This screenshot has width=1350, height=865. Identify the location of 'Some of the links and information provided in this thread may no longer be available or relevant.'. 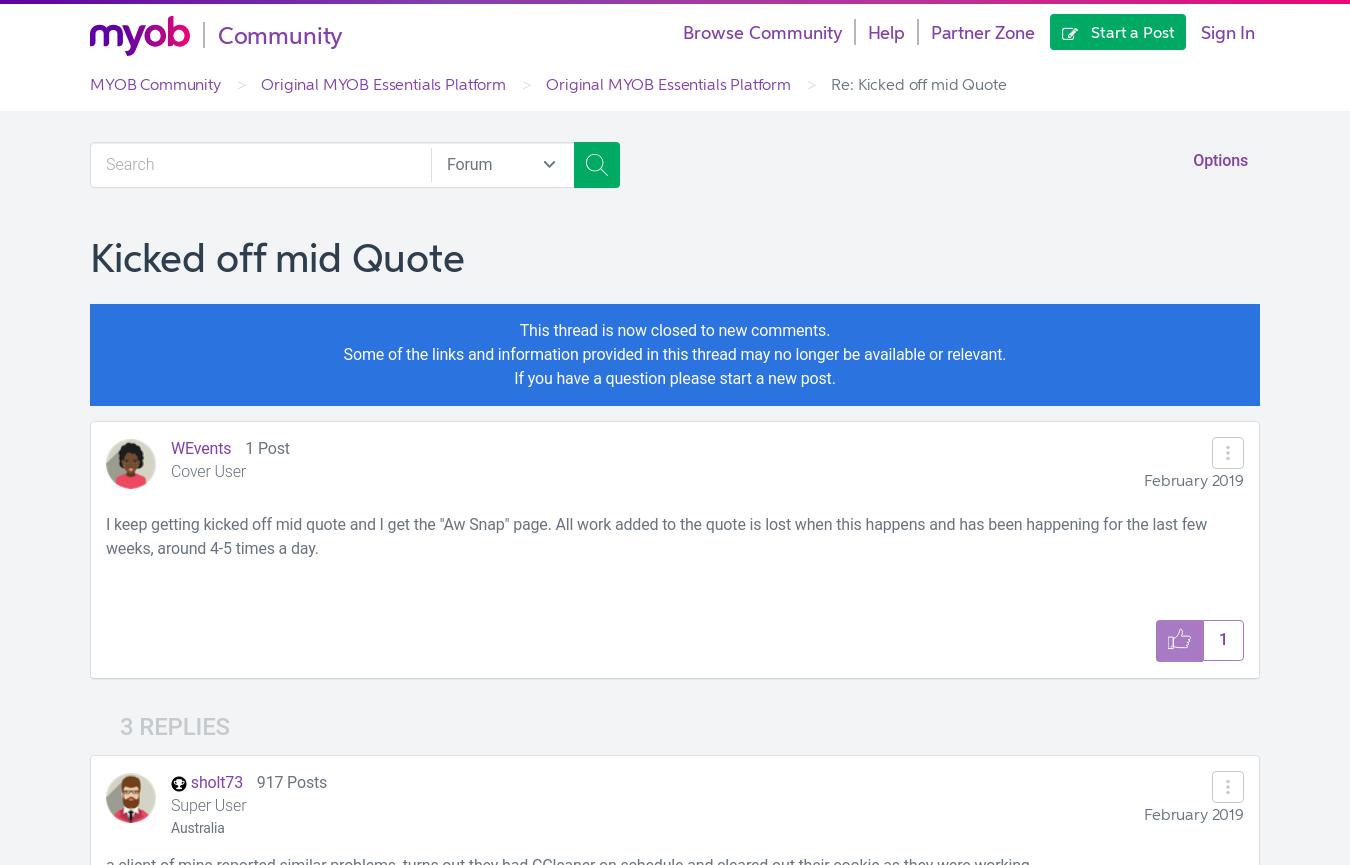
(674, 354).